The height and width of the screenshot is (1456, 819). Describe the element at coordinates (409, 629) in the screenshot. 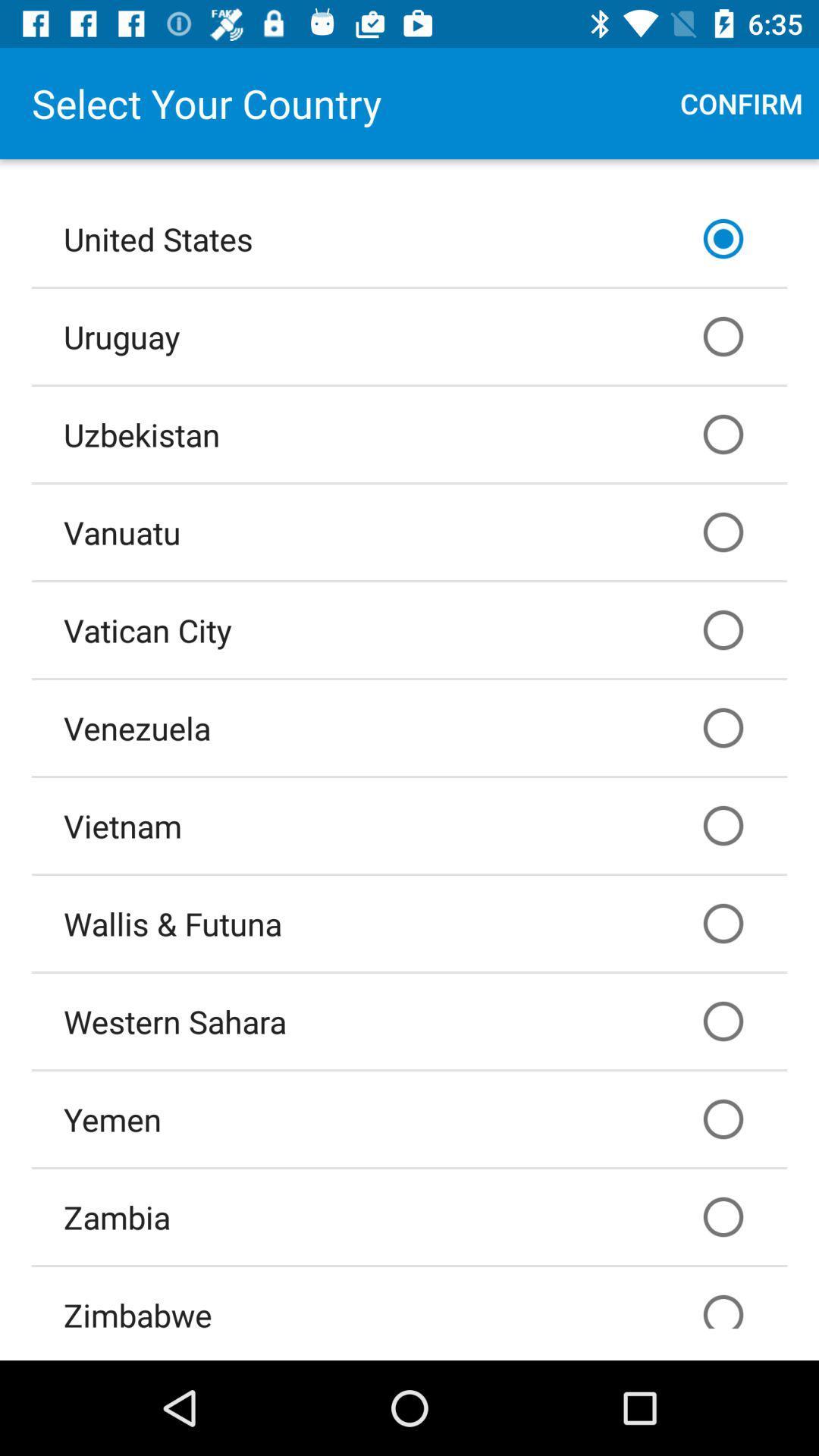

I see `vatican city item` at that location.